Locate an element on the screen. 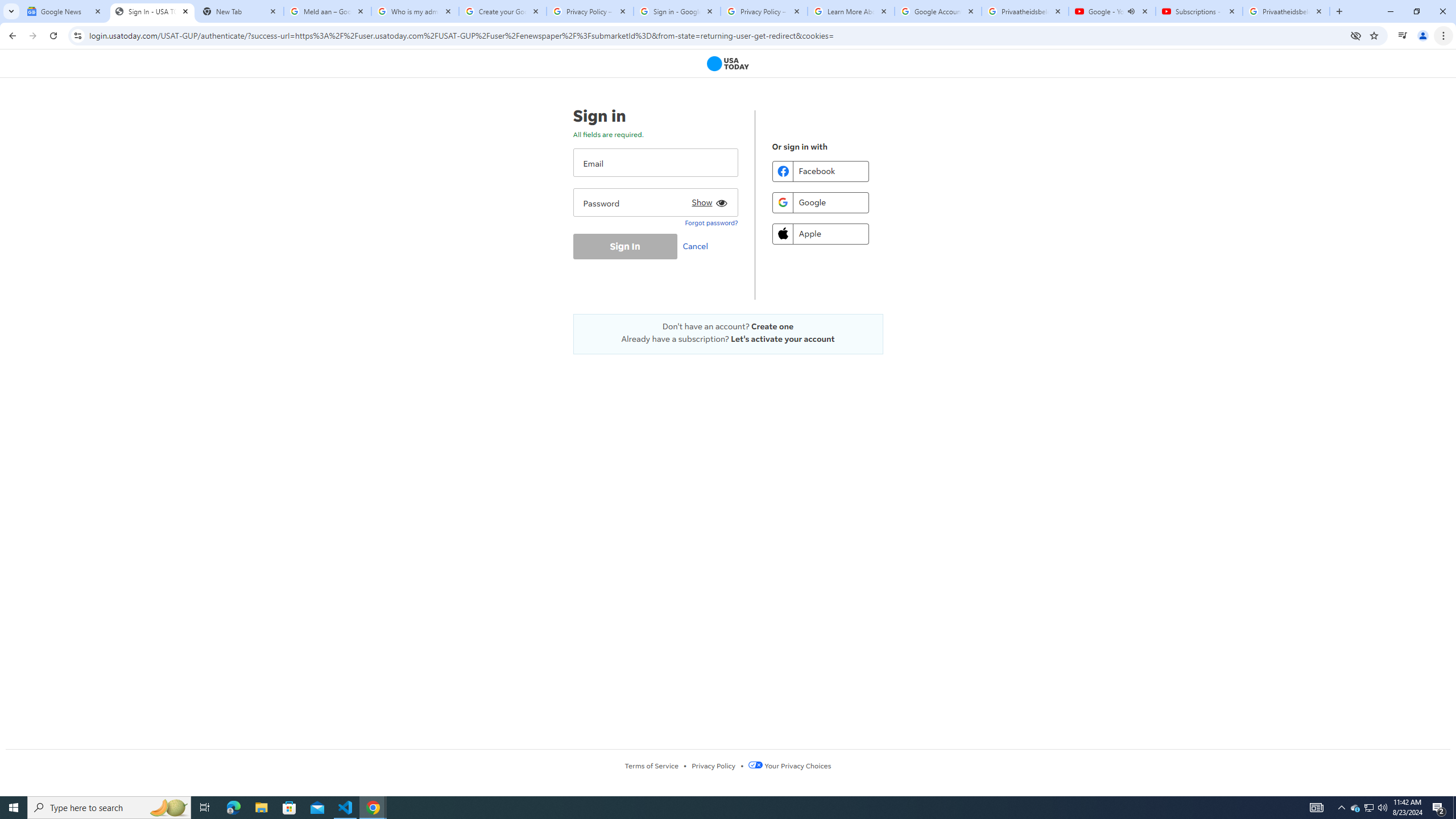 The width and height of the screenshot is (1456, 819). 'Account Username' is located at coordinates (655, 162).